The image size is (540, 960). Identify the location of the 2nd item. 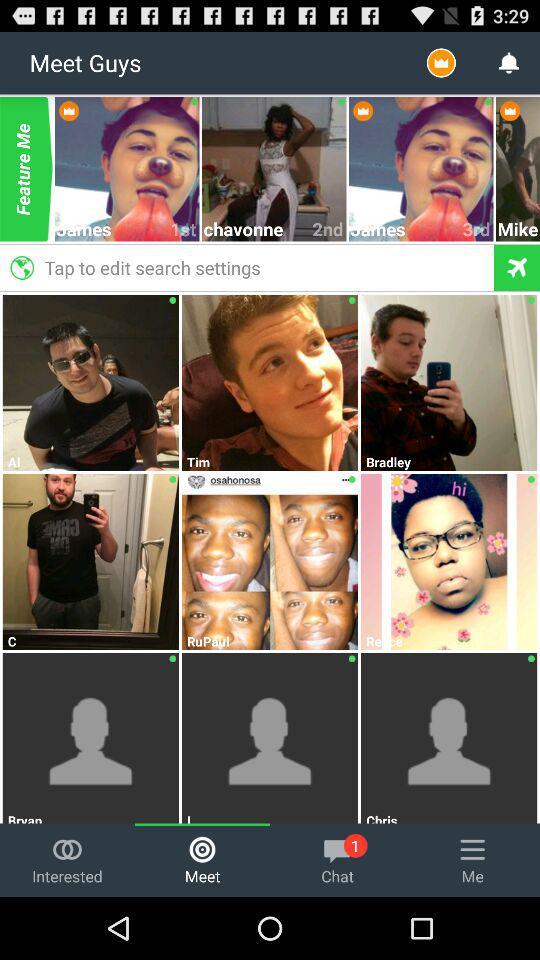
(328, 229).